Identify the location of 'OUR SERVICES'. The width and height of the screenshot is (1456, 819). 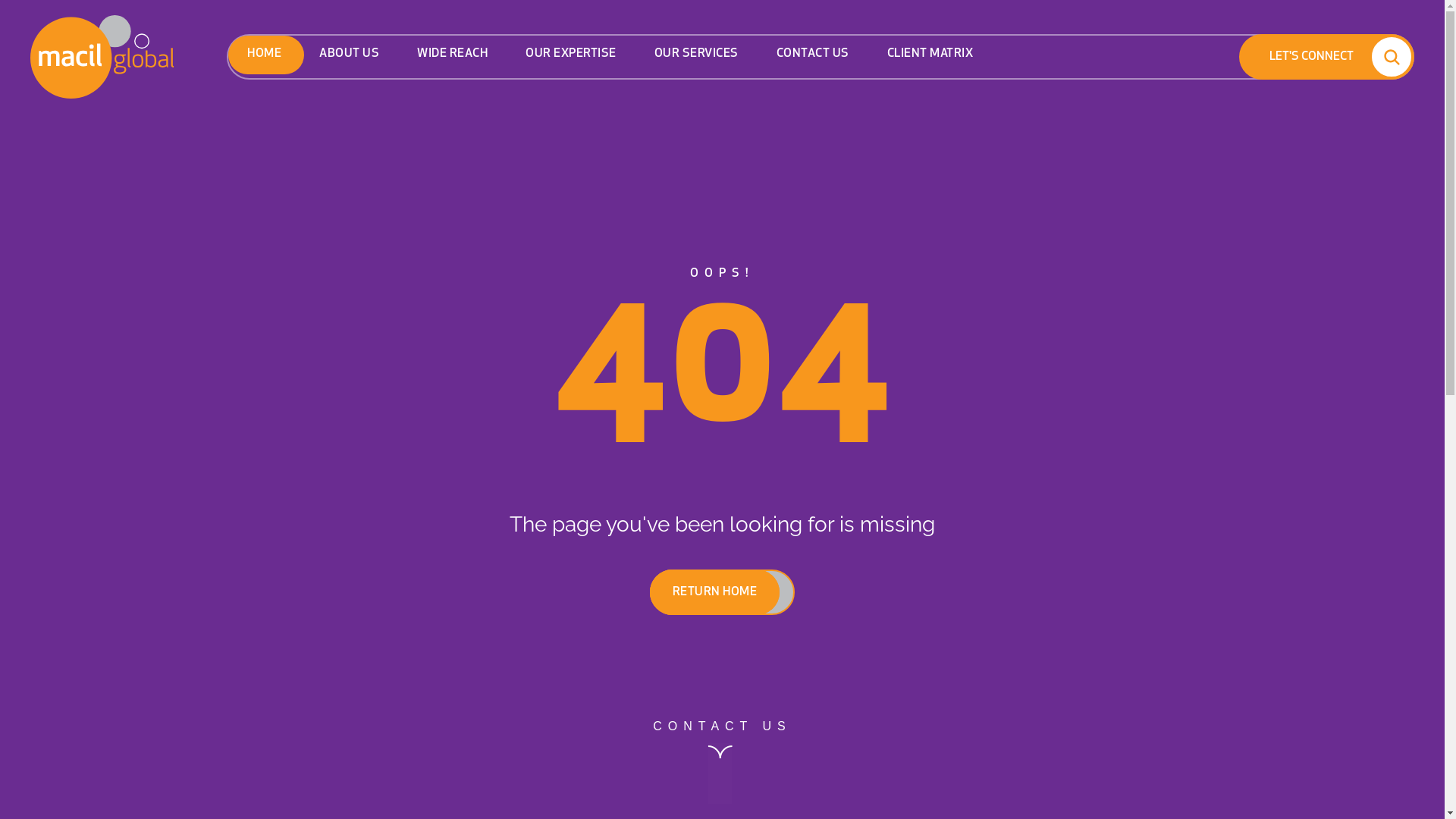
(695, 54).